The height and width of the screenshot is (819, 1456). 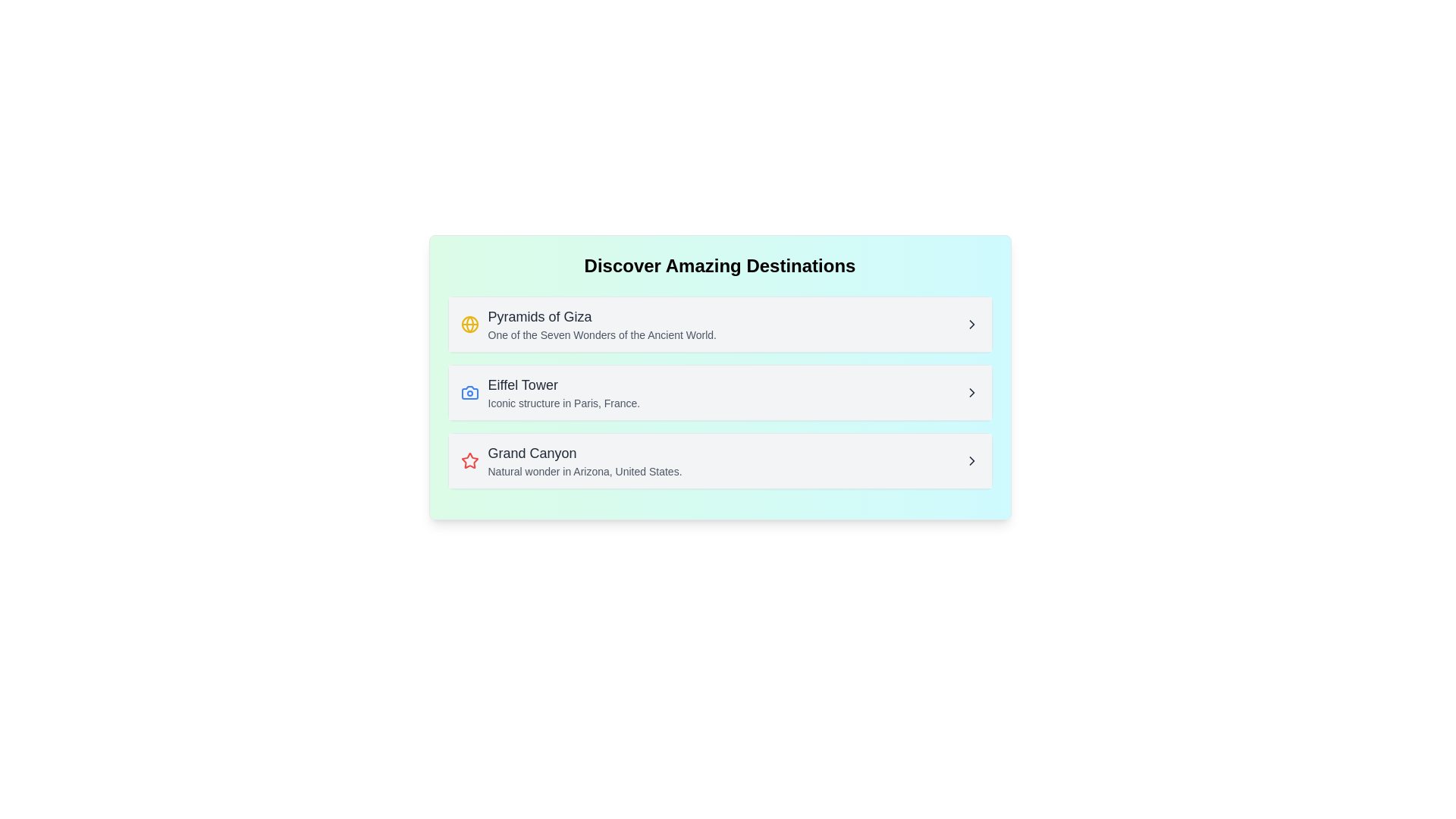 I want to click on the 'Eiffel Tower' selectable card, which is a rectangular card with a white background, containing the title 'Eiffel Tower' in bold and a right-facing arrow on the far right, so click(x=719, y=391).